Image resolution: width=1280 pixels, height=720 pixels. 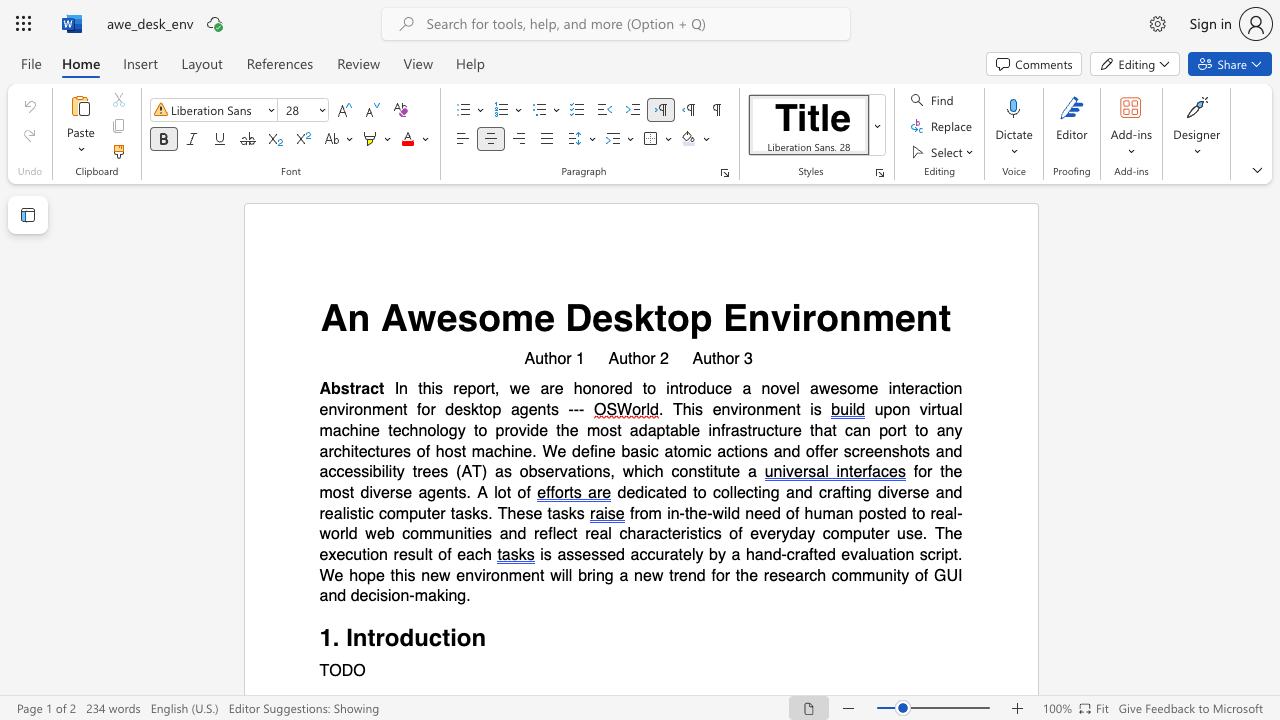 What do you see at coordinates (546, 409) in the screenshot?
I see `the subset text "ts -" within the text "In this report, we are honored to introduce a novel awesome interaction environment for desktop agents ---"` at bounding box center [546, 409].